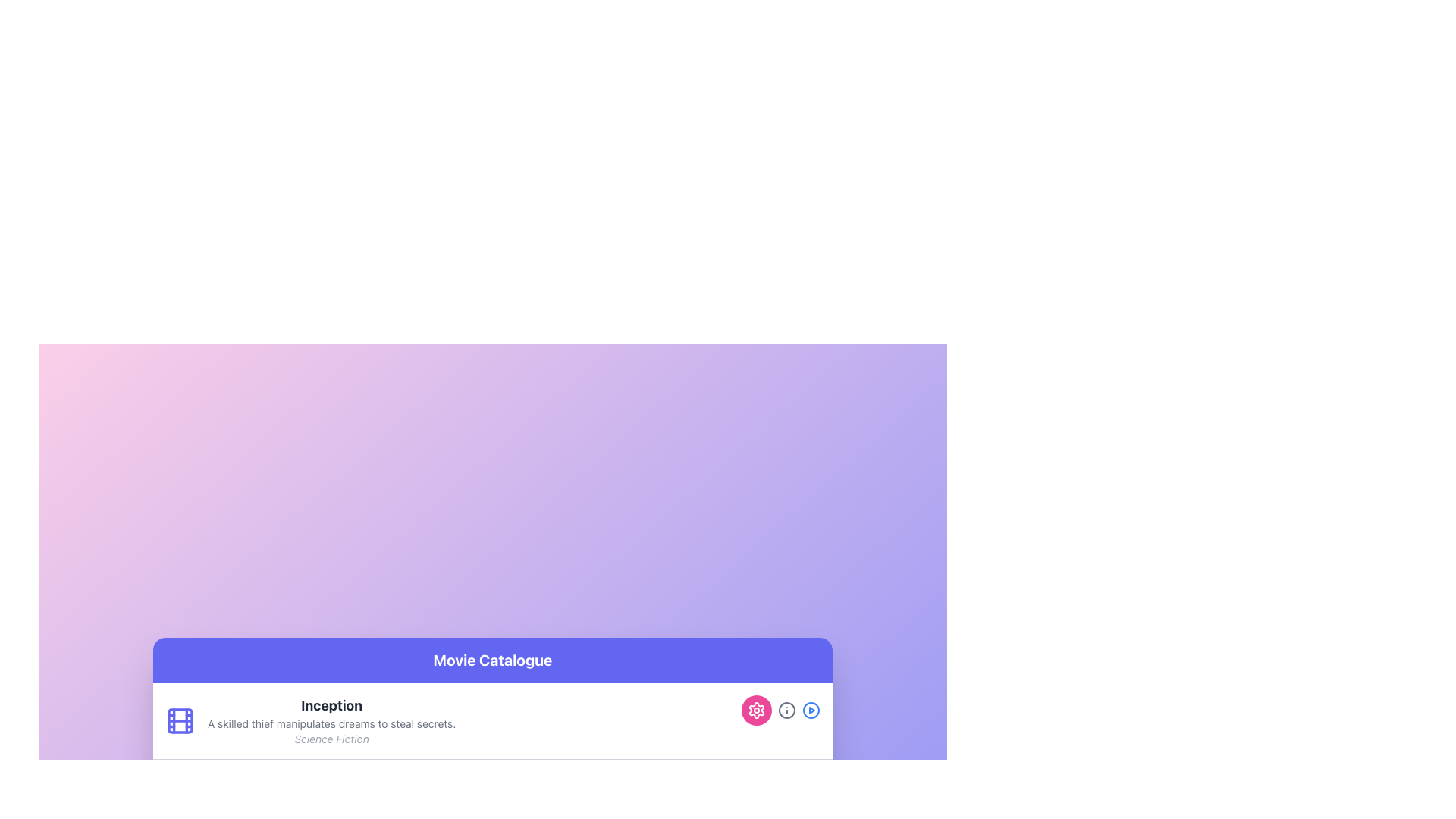 This screenshot has width=1456, height=819. Describe the element at coordinates (492, 659) in the screenshot. I see `the text label that serves as the header for the movie catalogue, positioned at the center of the indigo-colored background section` at that location.